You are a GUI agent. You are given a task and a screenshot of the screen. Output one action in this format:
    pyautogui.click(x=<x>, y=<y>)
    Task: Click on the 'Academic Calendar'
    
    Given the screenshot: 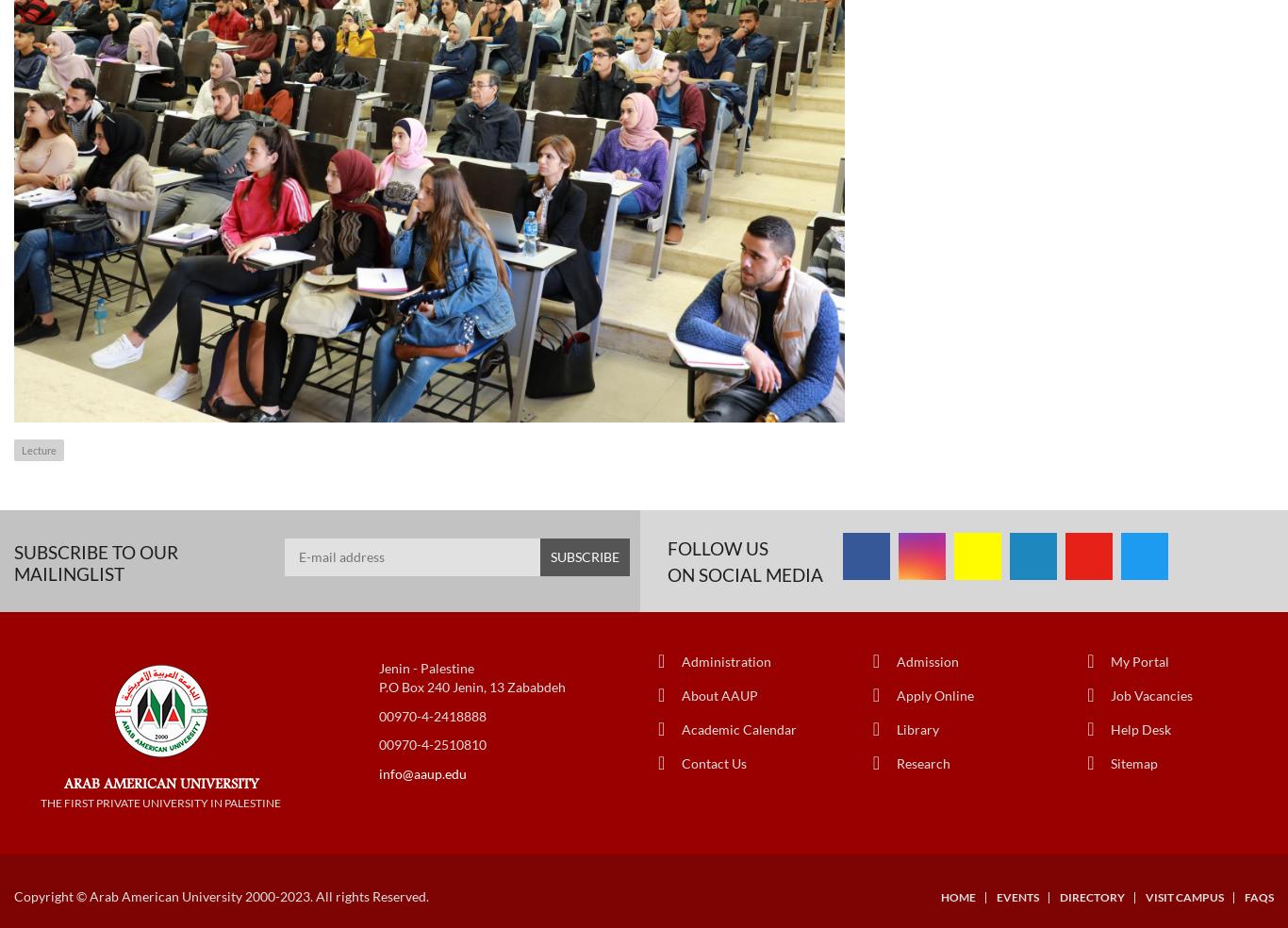 What is the action you would take?
    pyautogui.click(x=682, y=727)
    